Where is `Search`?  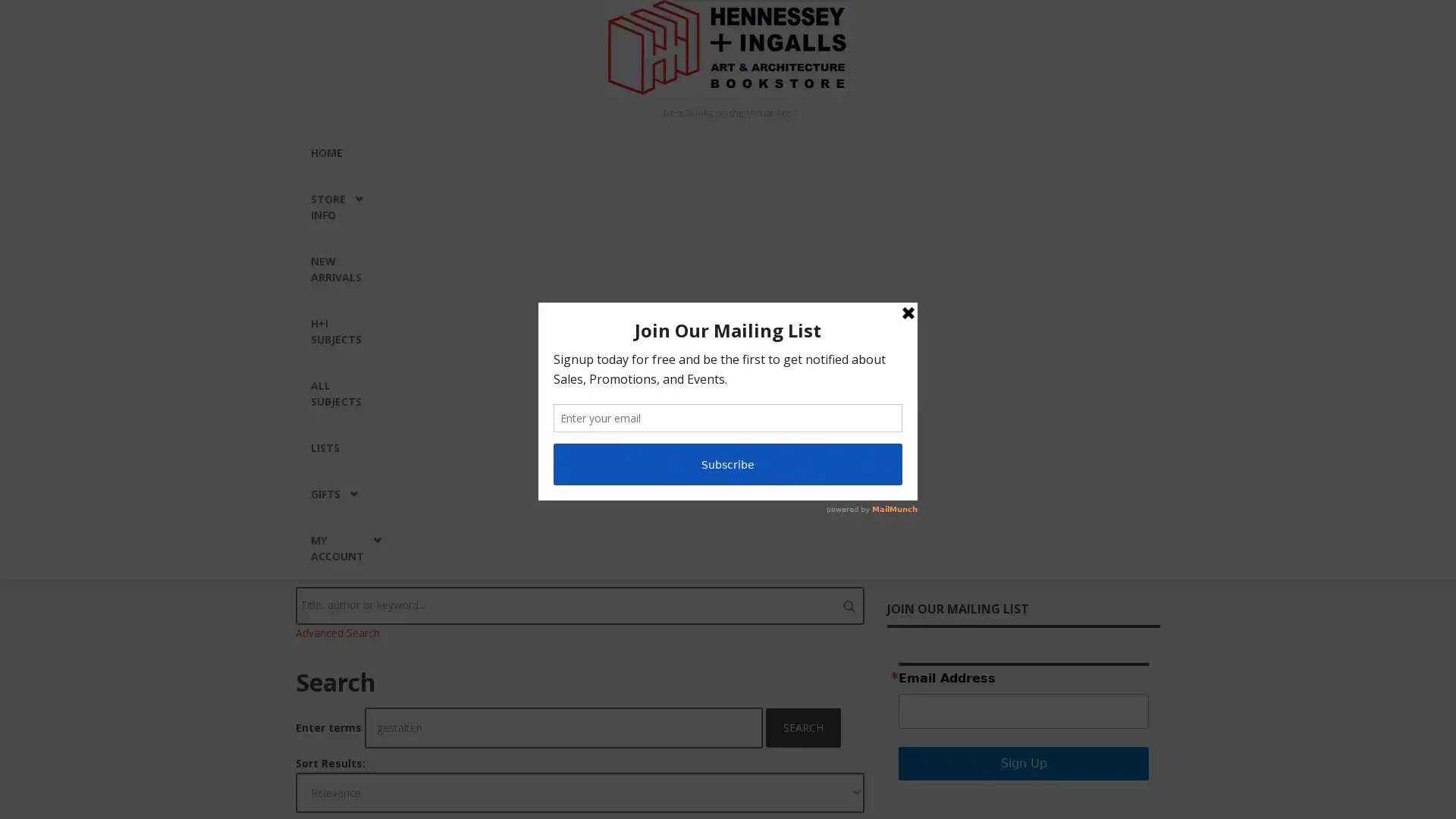
Search is located at coordinates (803, 727).